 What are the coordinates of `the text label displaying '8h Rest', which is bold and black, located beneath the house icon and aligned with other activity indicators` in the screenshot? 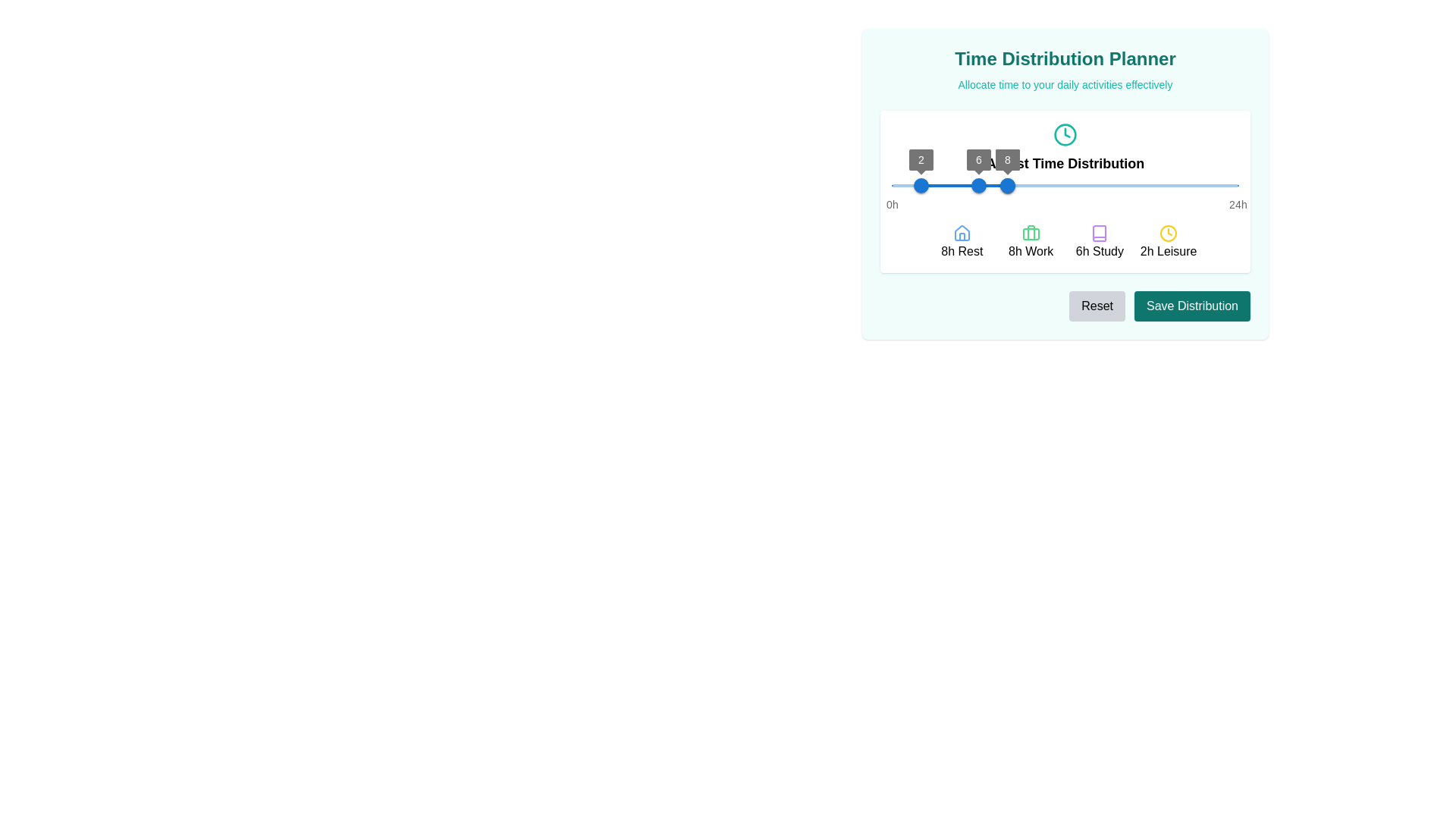 It's located at (961, 250).